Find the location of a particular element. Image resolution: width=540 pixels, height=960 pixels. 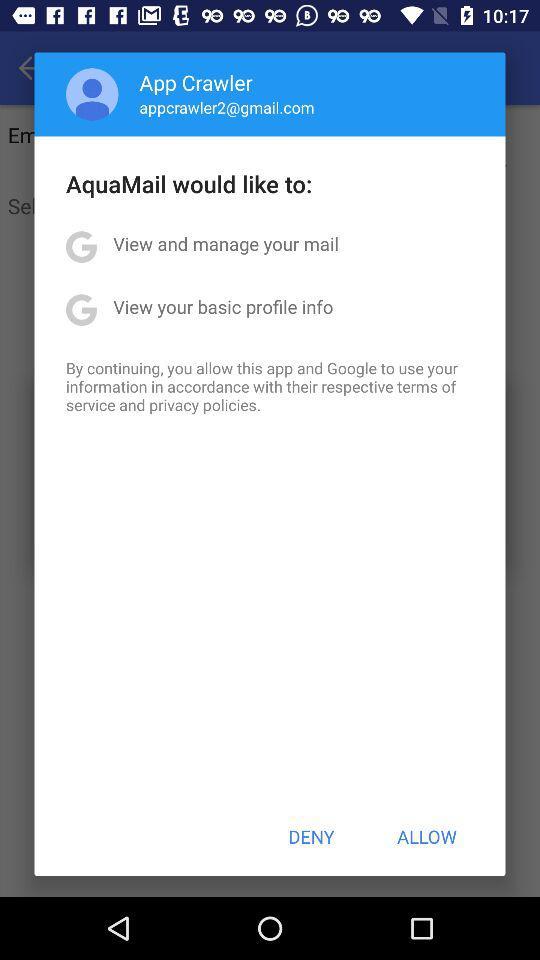

icon above aquamail would like item is located at coordinates (226, 107).